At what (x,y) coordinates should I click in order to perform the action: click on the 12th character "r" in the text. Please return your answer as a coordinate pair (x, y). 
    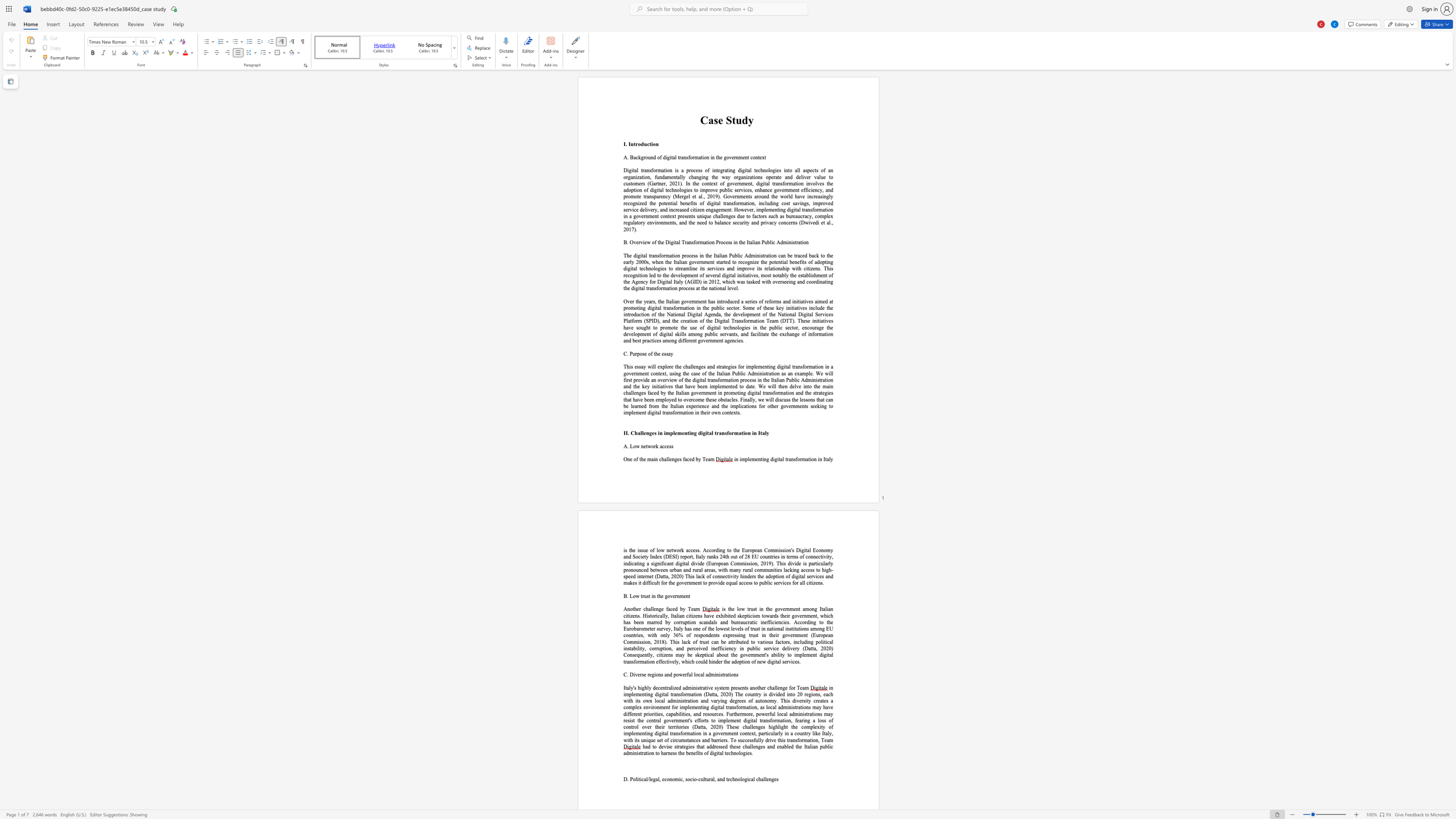
    Looking at the image, I should click on (645, 196).